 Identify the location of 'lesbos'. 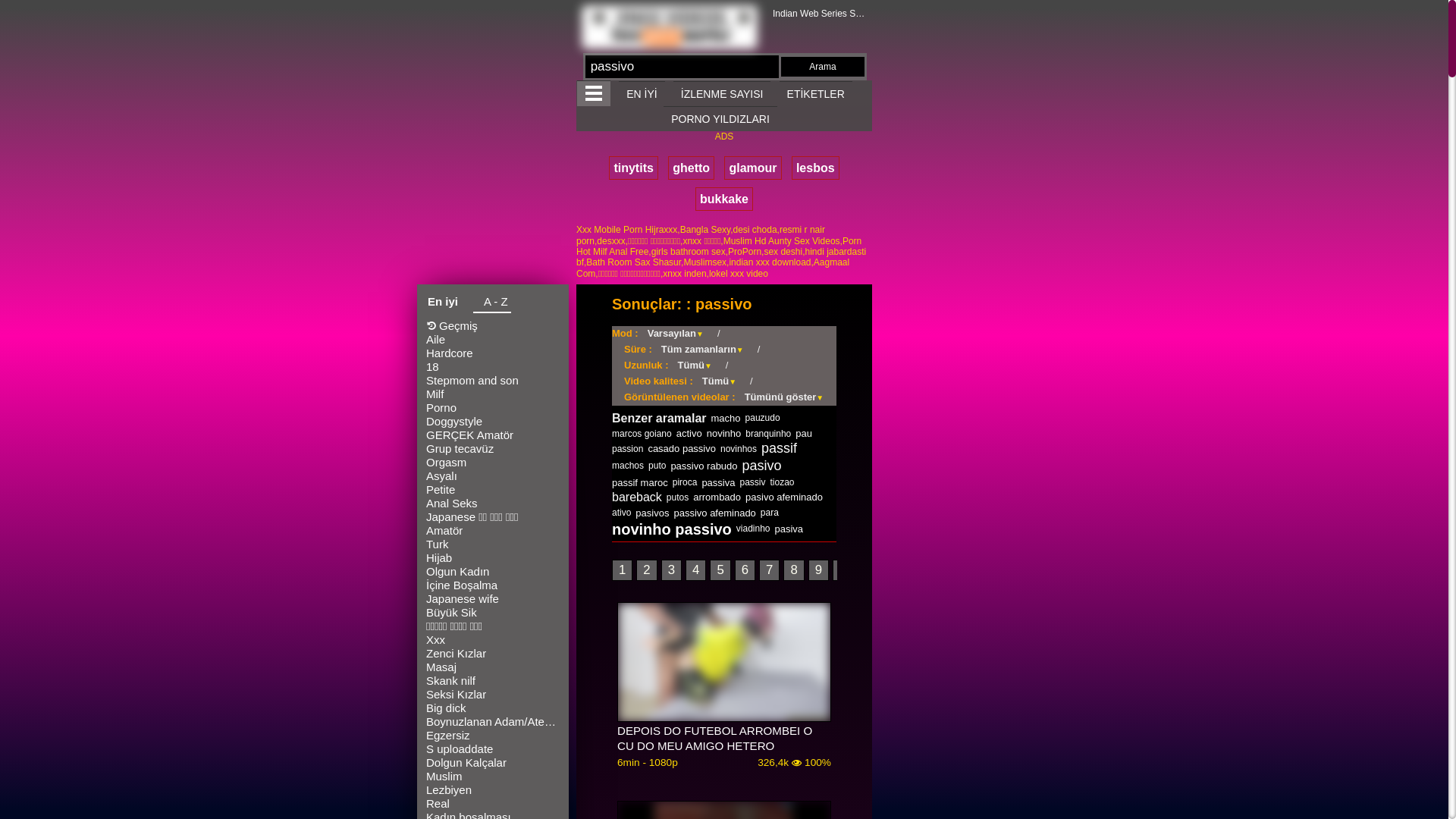
(814, 168).